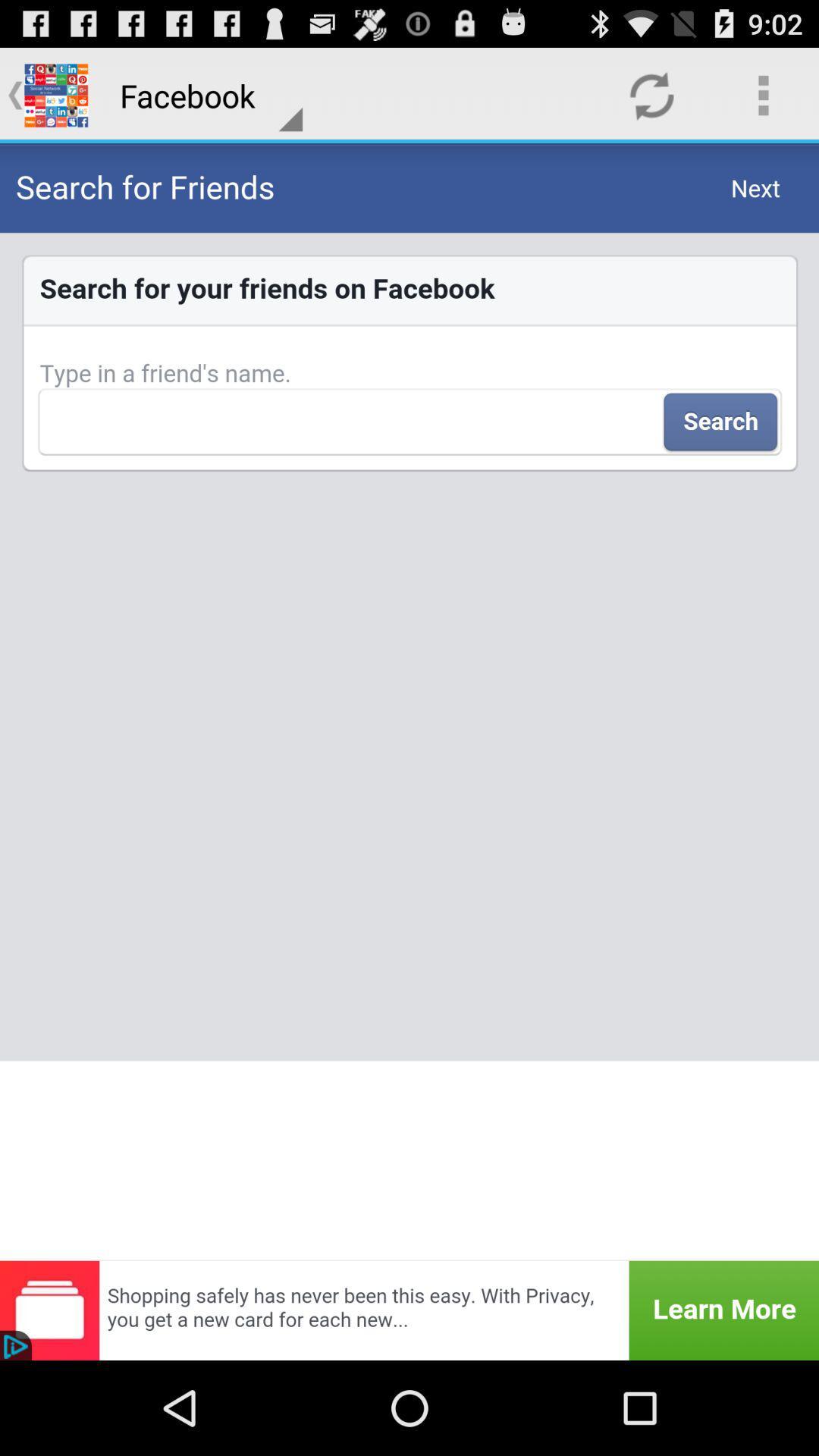 The image size is (819, 1456). I want to click on the icon next to the facebook, so click(651, 94).